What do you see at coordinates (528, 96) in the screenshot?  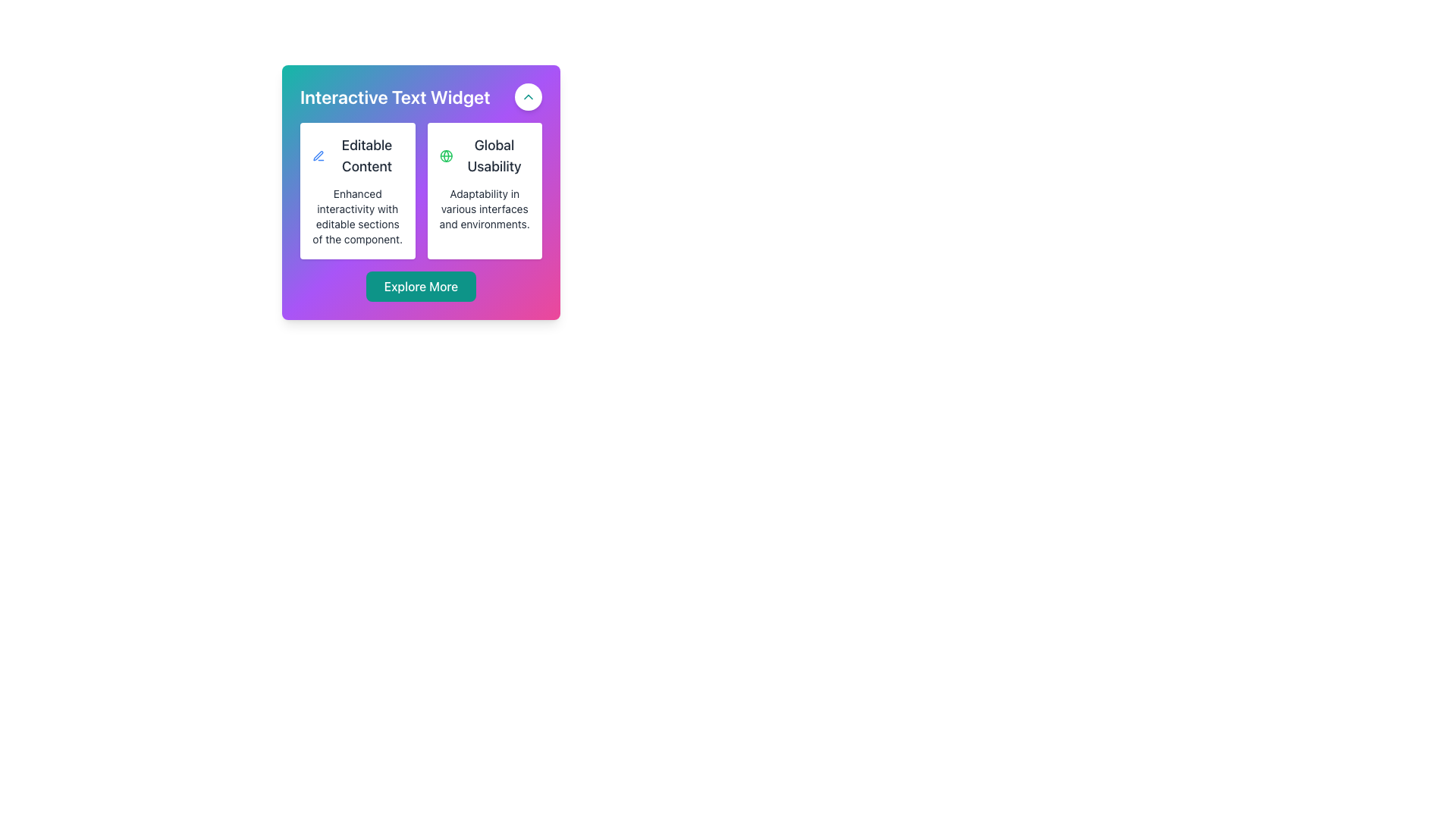 I see `the upward navigation icon located inside the circular button at the top-right corner of the 'Interactive Text Widget' card component` at bounding box center [528, 96].